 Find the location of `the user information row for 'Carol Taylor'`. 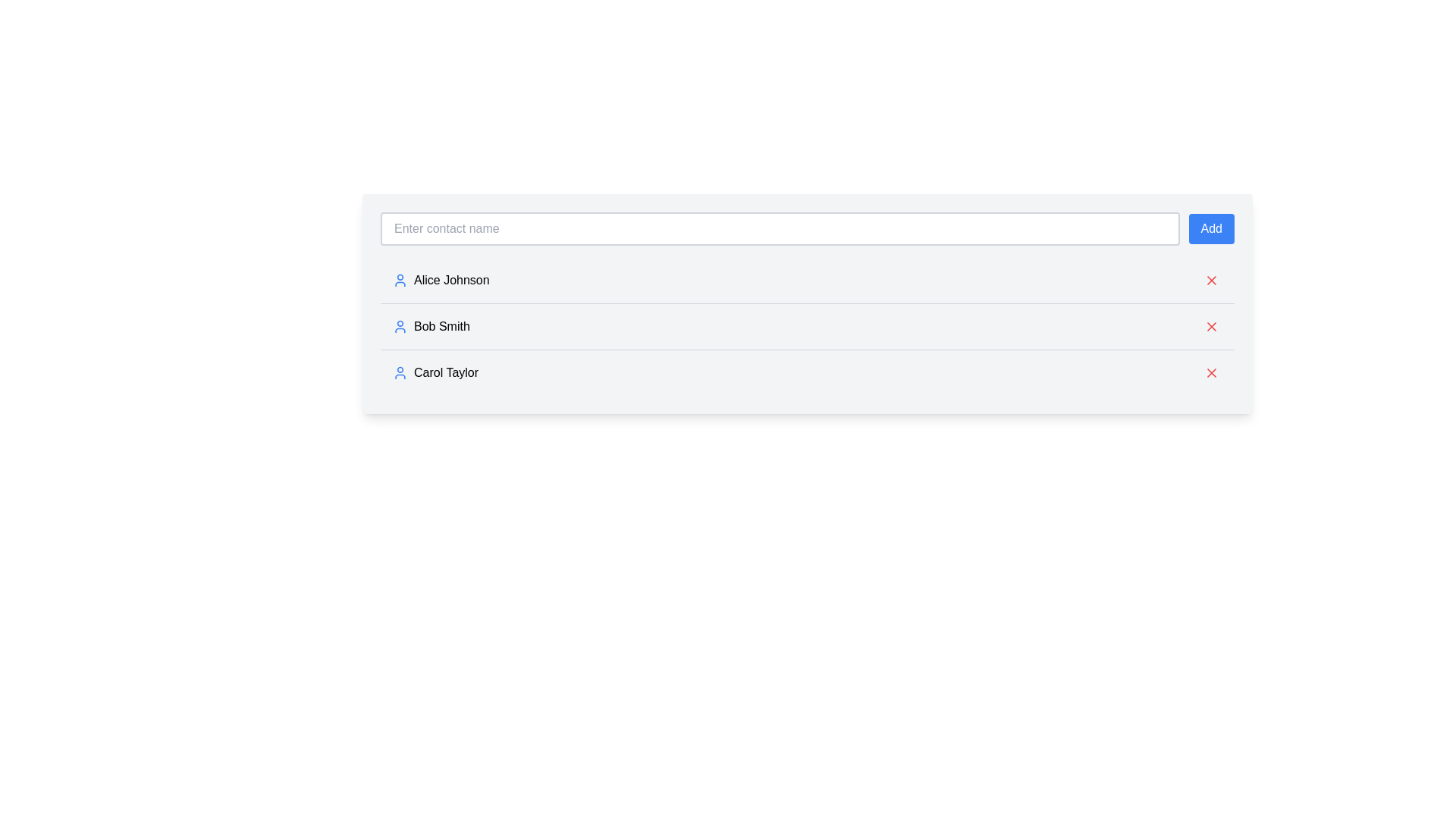

the user information row for 'Carol Taylor' is located at coordinates (807, 372).